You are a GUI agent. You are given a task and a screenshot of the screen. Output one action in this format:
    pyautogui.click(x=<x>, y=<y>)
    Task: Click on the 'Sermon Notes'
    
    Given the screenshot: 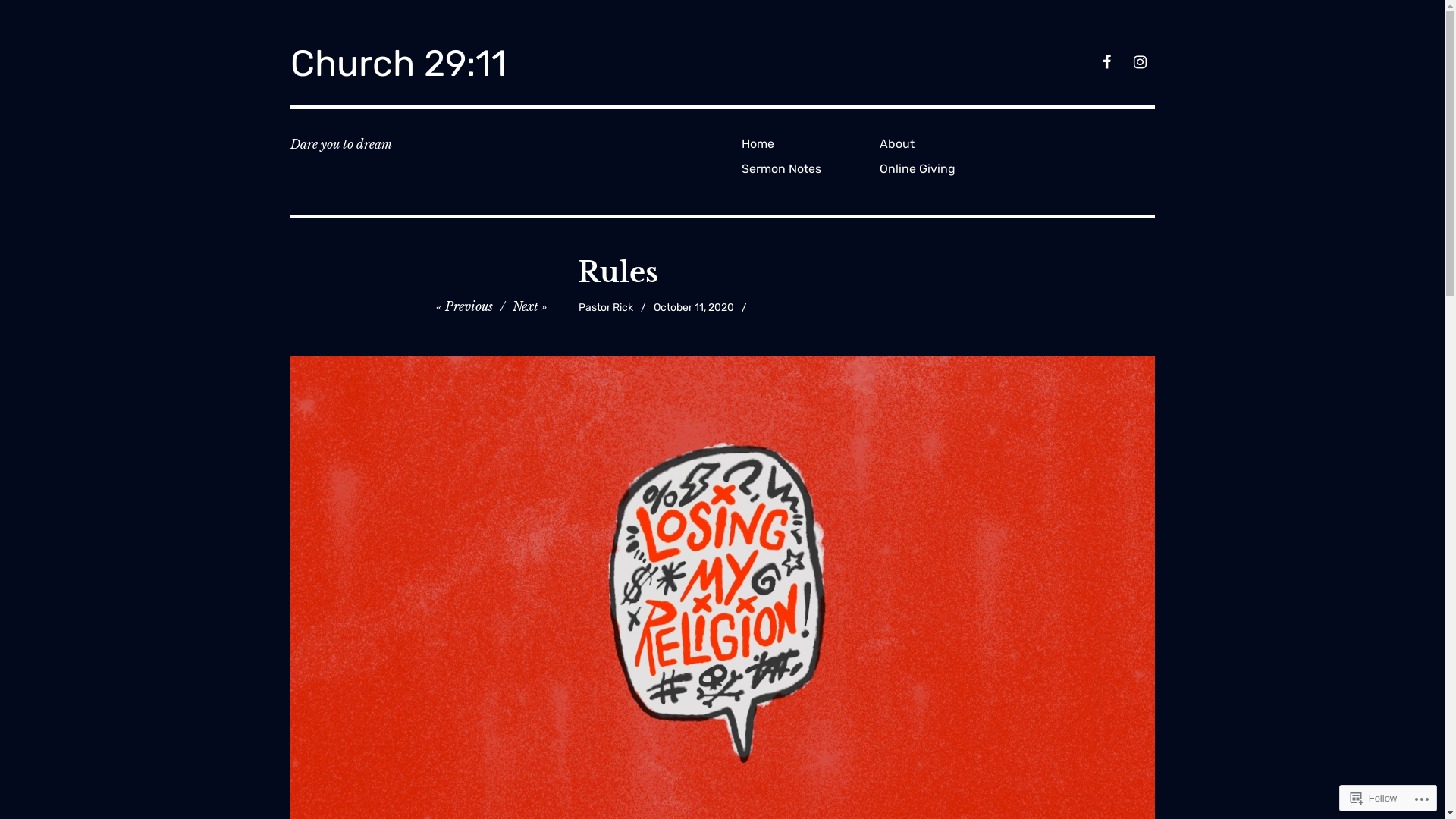 What is the action you would take?
    pyautogui.click(x=735, y=168)
    